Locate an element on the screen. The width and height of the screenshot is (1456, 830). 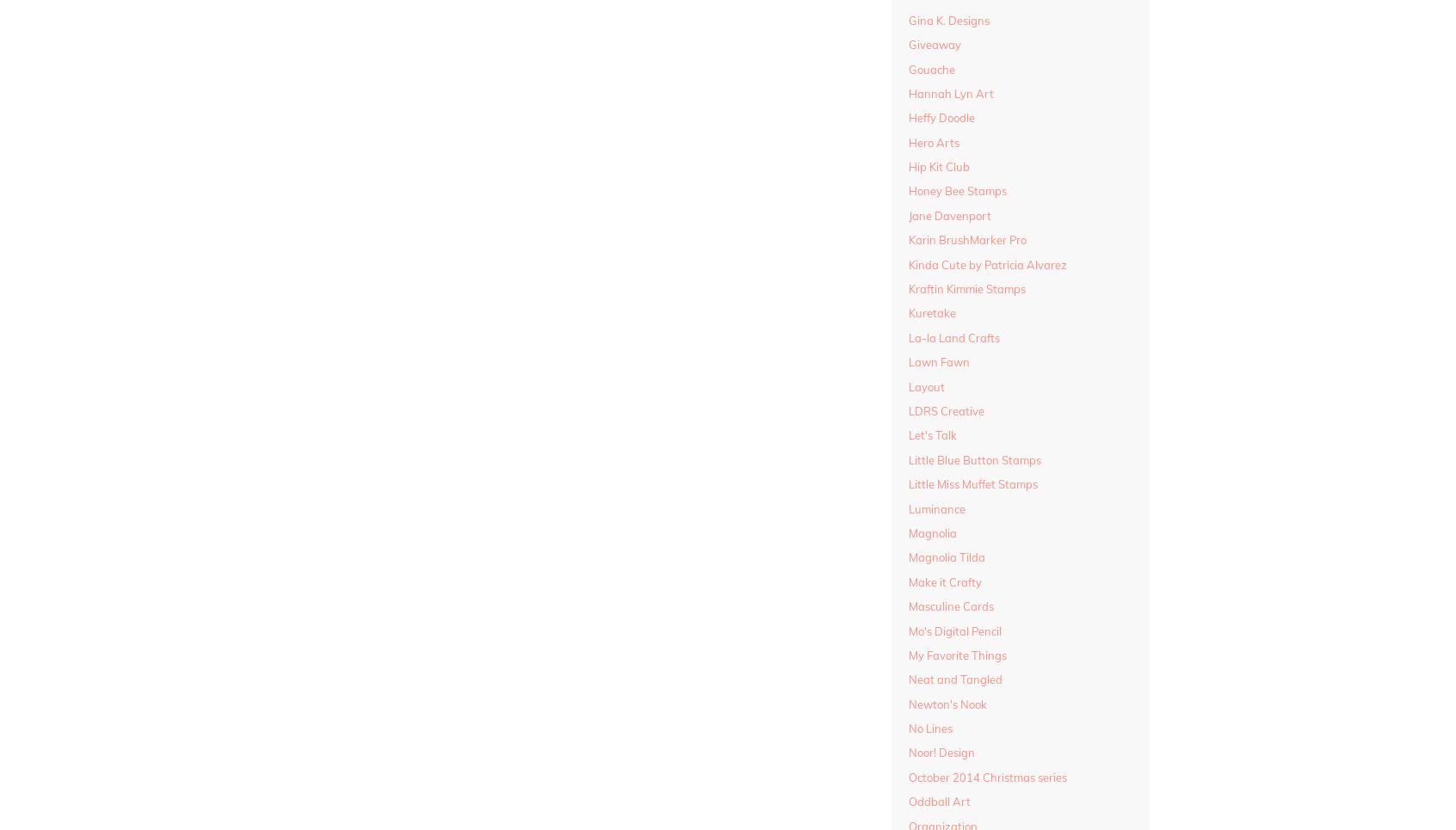
'Oddball Art' is located at coordinates (939, 801).